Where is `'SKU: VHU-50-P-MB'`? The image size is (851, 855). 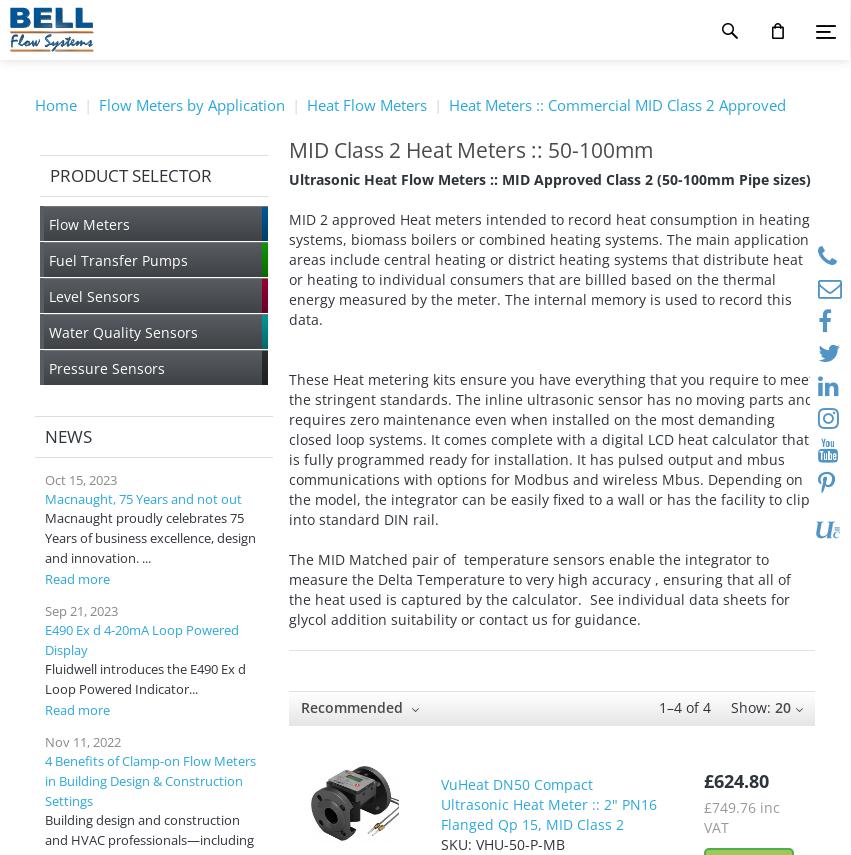
'SKU: VHU-50-P-MB' is located at coordinates (502, 843).